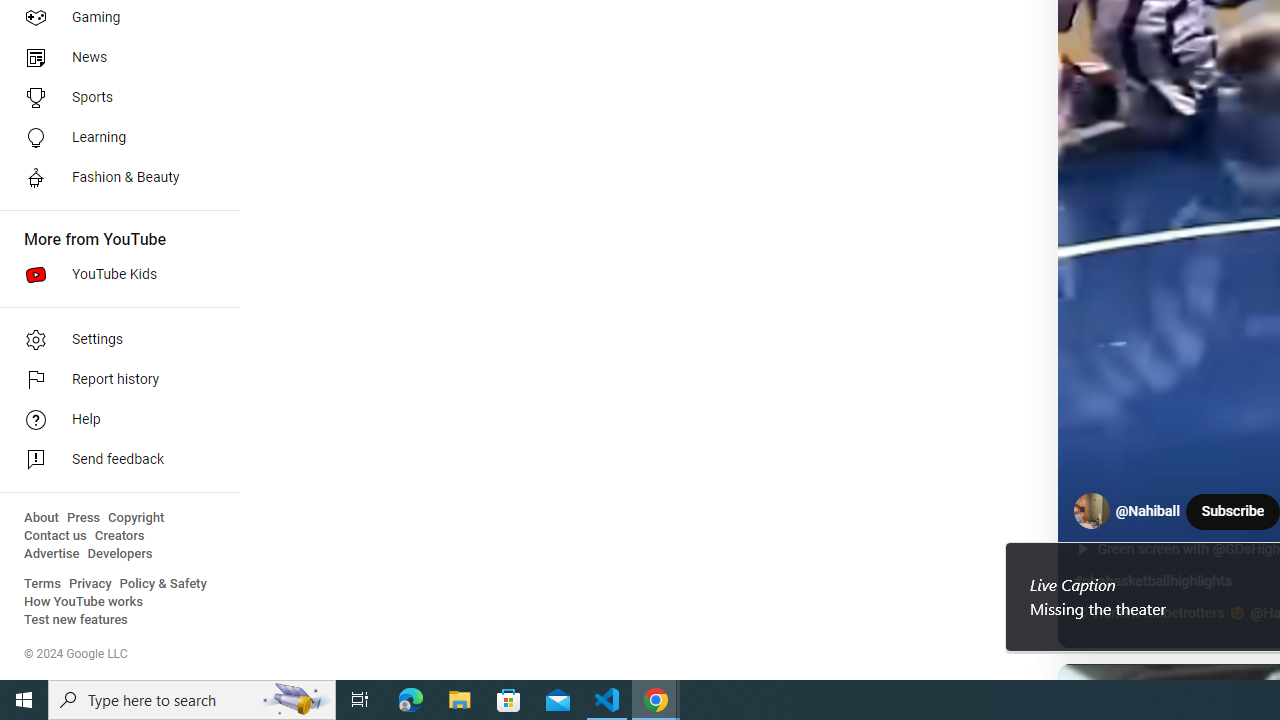  What do you see at coordinates (82, 517) in the screenshot?
I see `'Press'` at bounding box center [82, 517].